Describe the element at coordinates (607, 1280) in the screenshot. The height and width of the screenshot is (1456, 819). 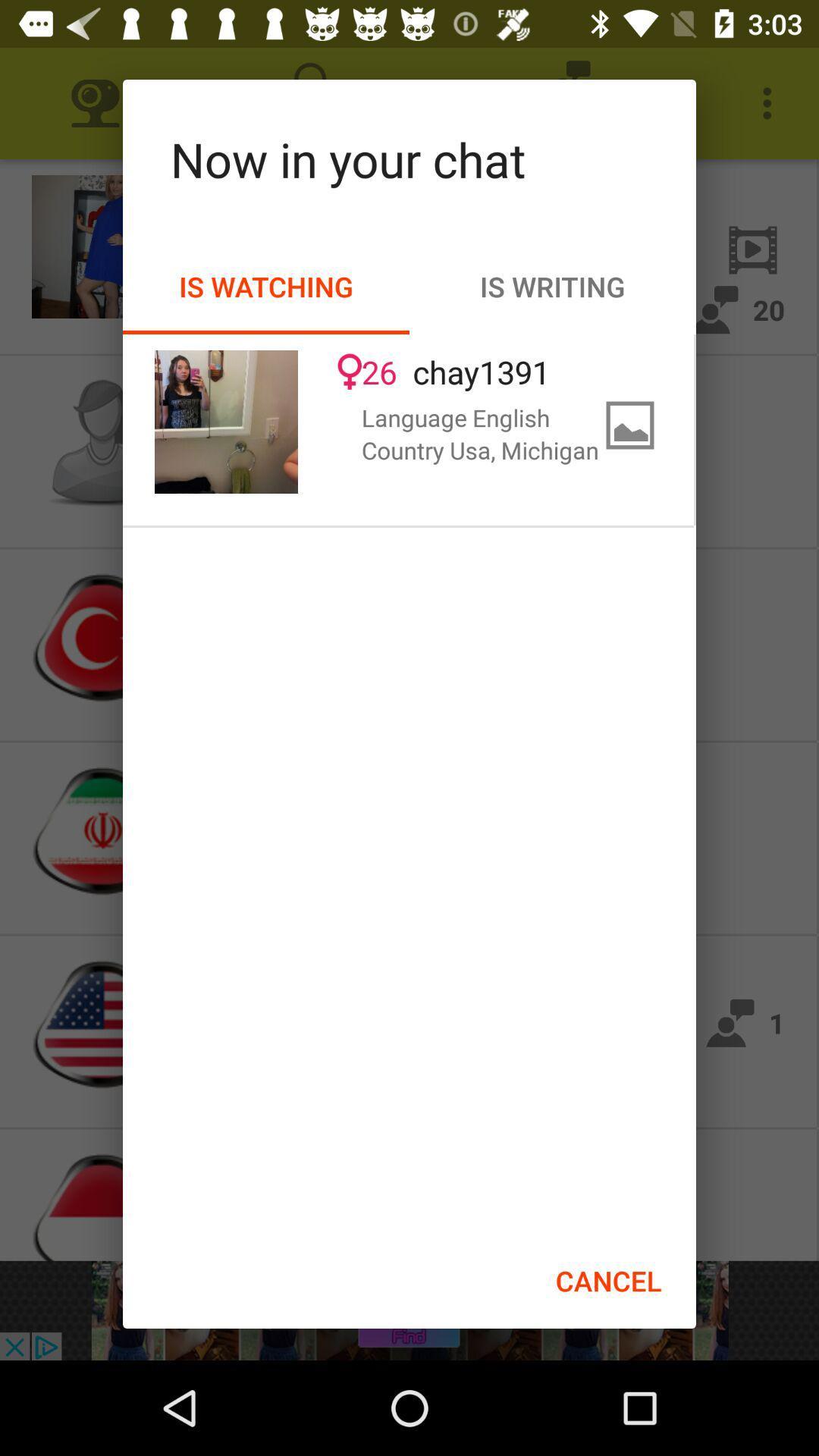
I see `the icon at the bottom right corner` at that location.